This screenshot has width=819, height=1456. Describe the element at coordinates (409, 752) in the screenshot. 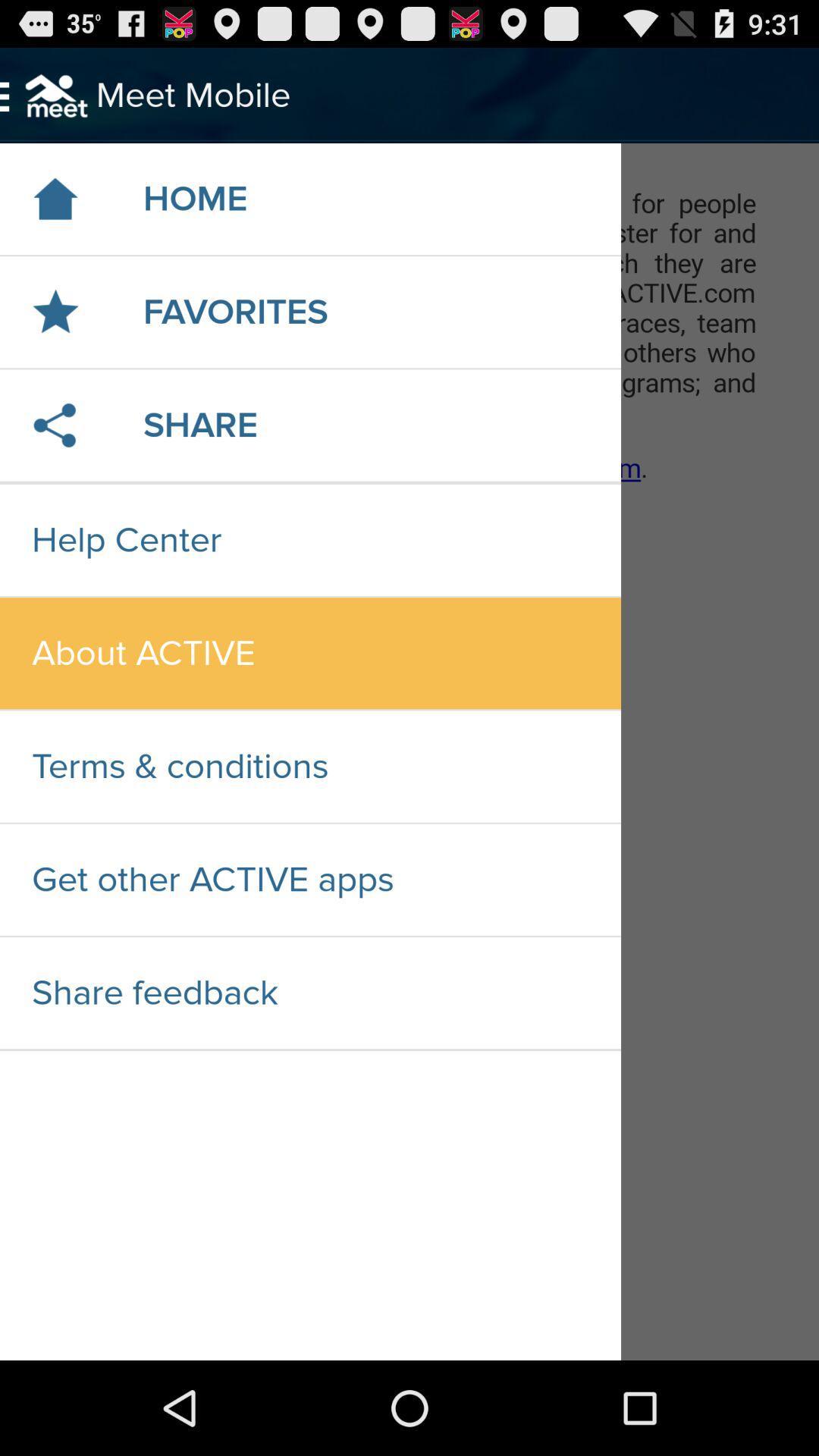

I see `highlight the whole page` at that location.